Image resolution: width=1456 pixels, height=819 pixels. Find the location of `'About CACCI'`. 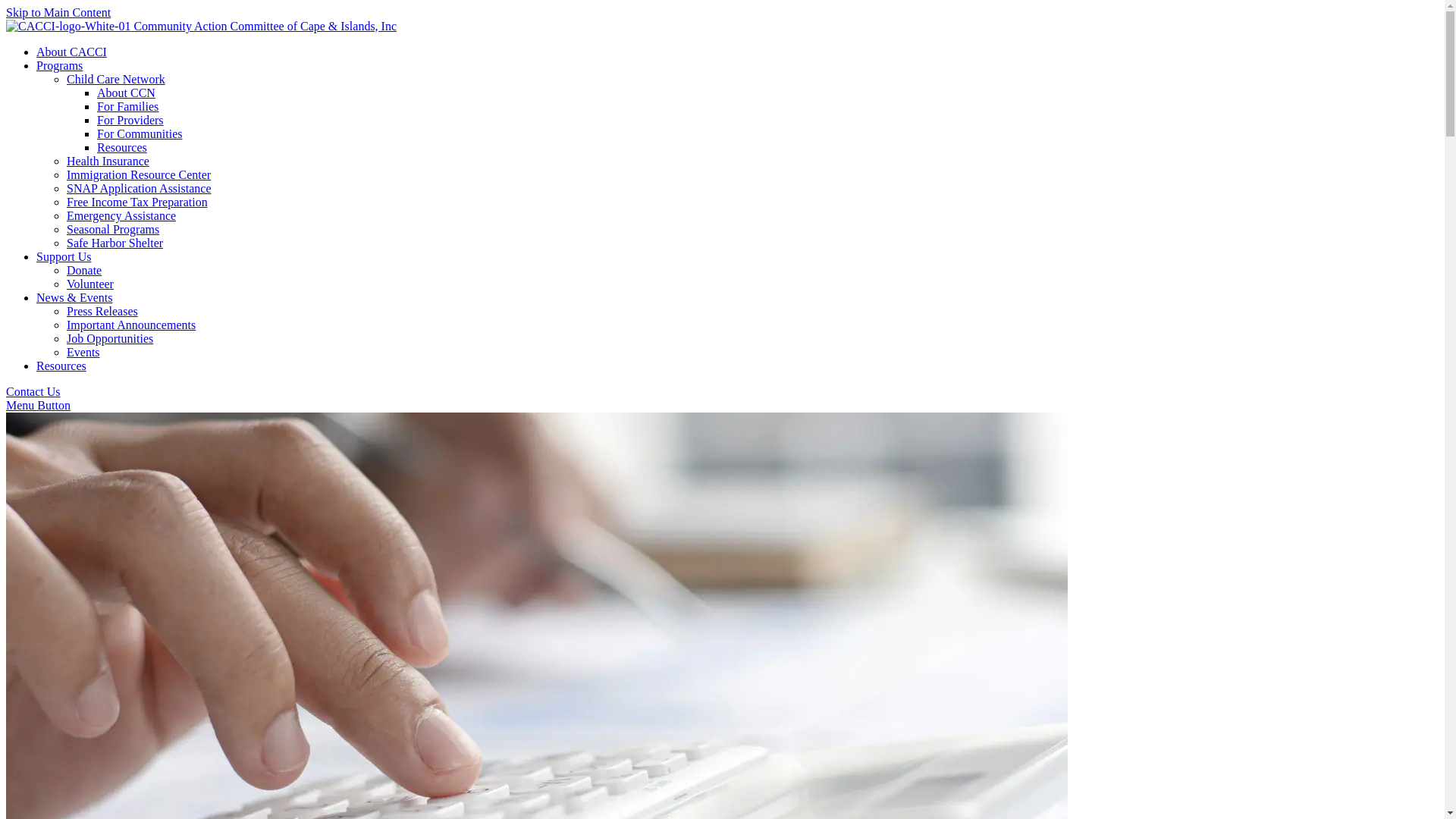

'About CACCI' is located at coordinates (36, 51).